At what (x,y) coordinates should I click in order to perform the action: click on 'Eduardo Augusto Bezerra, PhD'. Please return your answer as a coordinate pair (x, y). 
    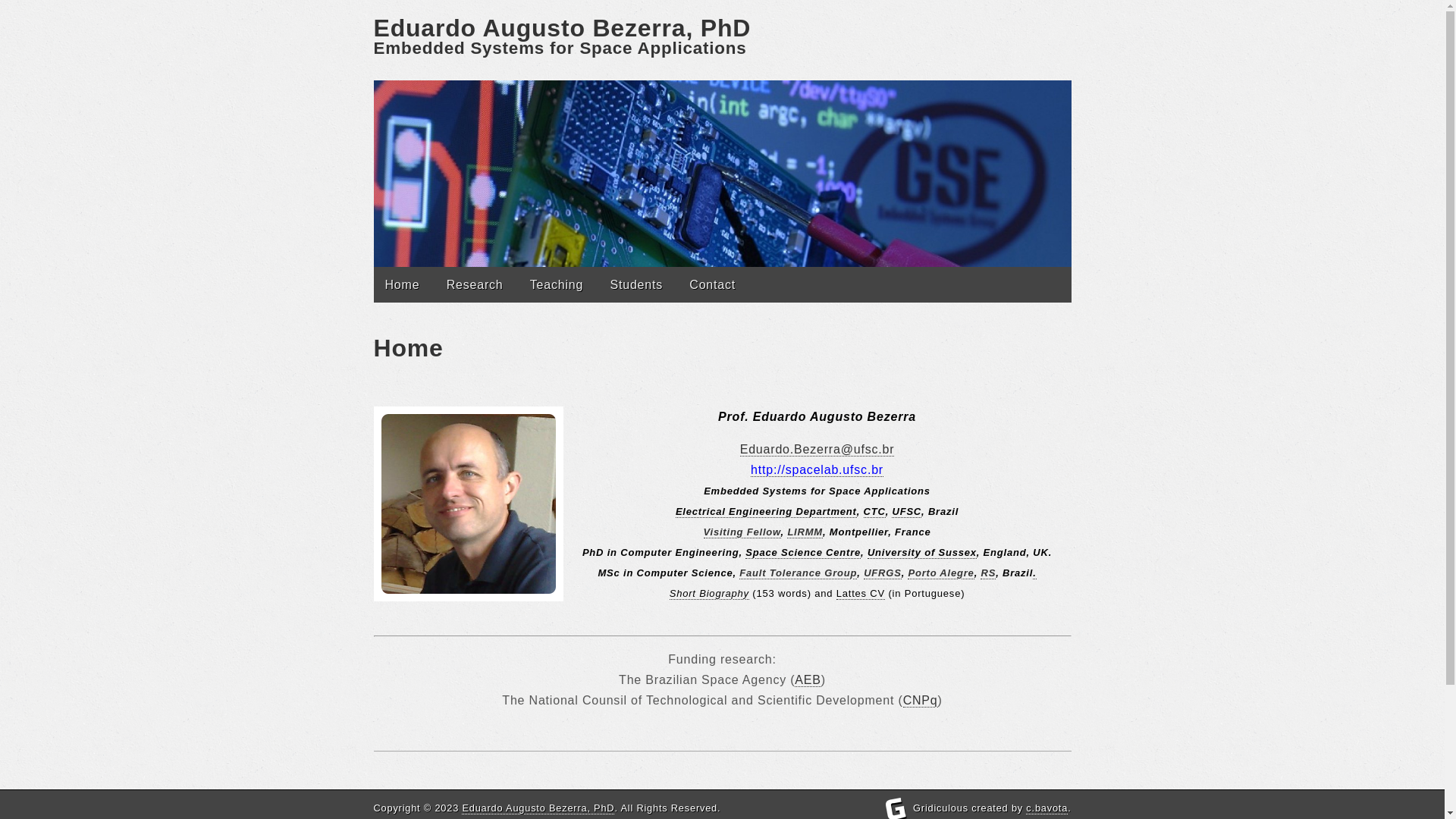
    Looking at the image, I should click on (538, 807).